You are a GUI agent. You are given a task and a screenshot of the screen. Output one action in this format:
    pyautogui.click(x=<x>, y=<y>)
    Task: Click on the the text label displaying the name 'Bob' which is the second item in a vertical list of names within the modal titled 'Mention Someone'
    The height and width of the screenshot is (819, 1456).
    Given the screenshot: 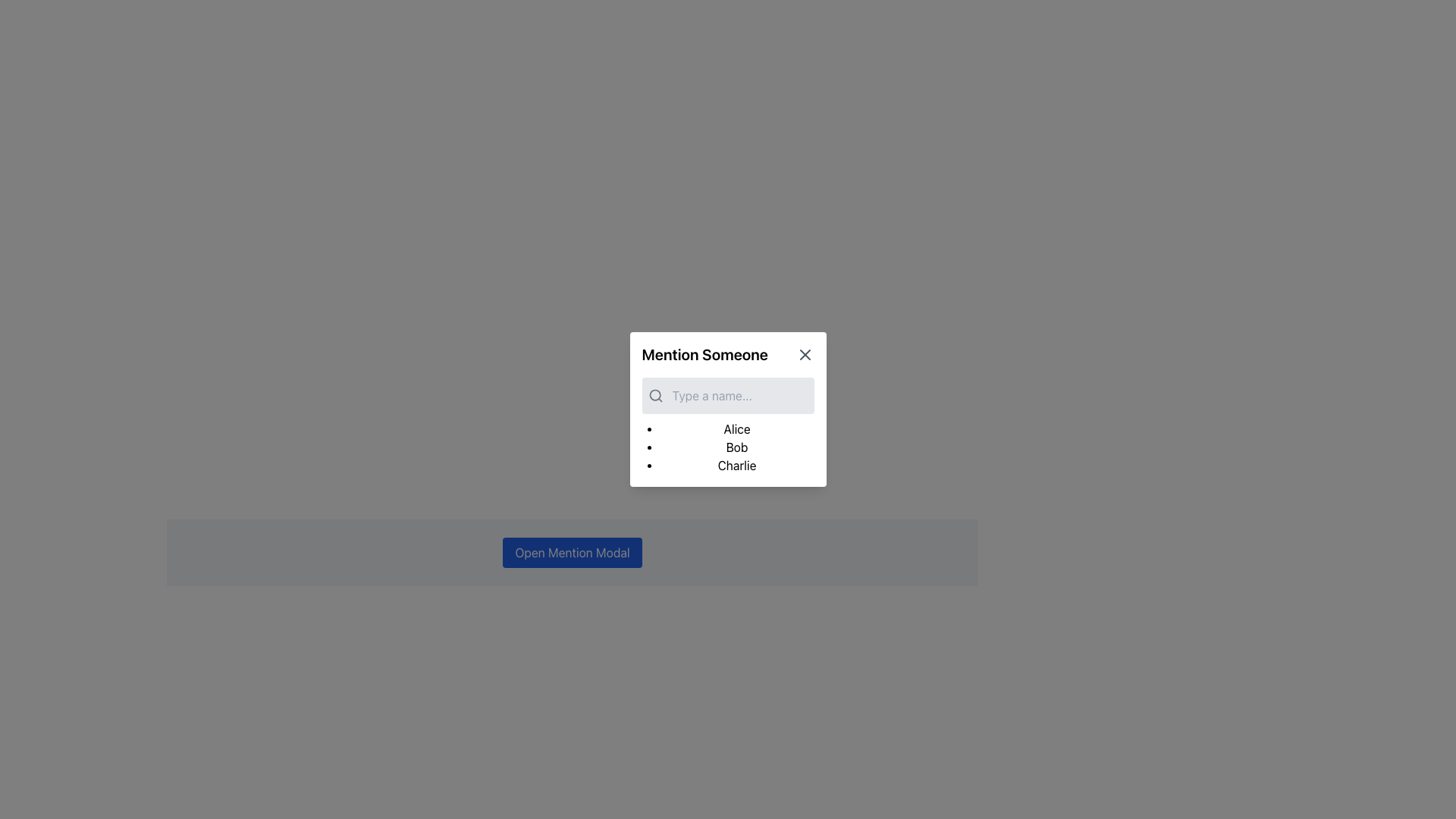 What is the action you would take?
    pyautogui.click(x=736, y=447)
    